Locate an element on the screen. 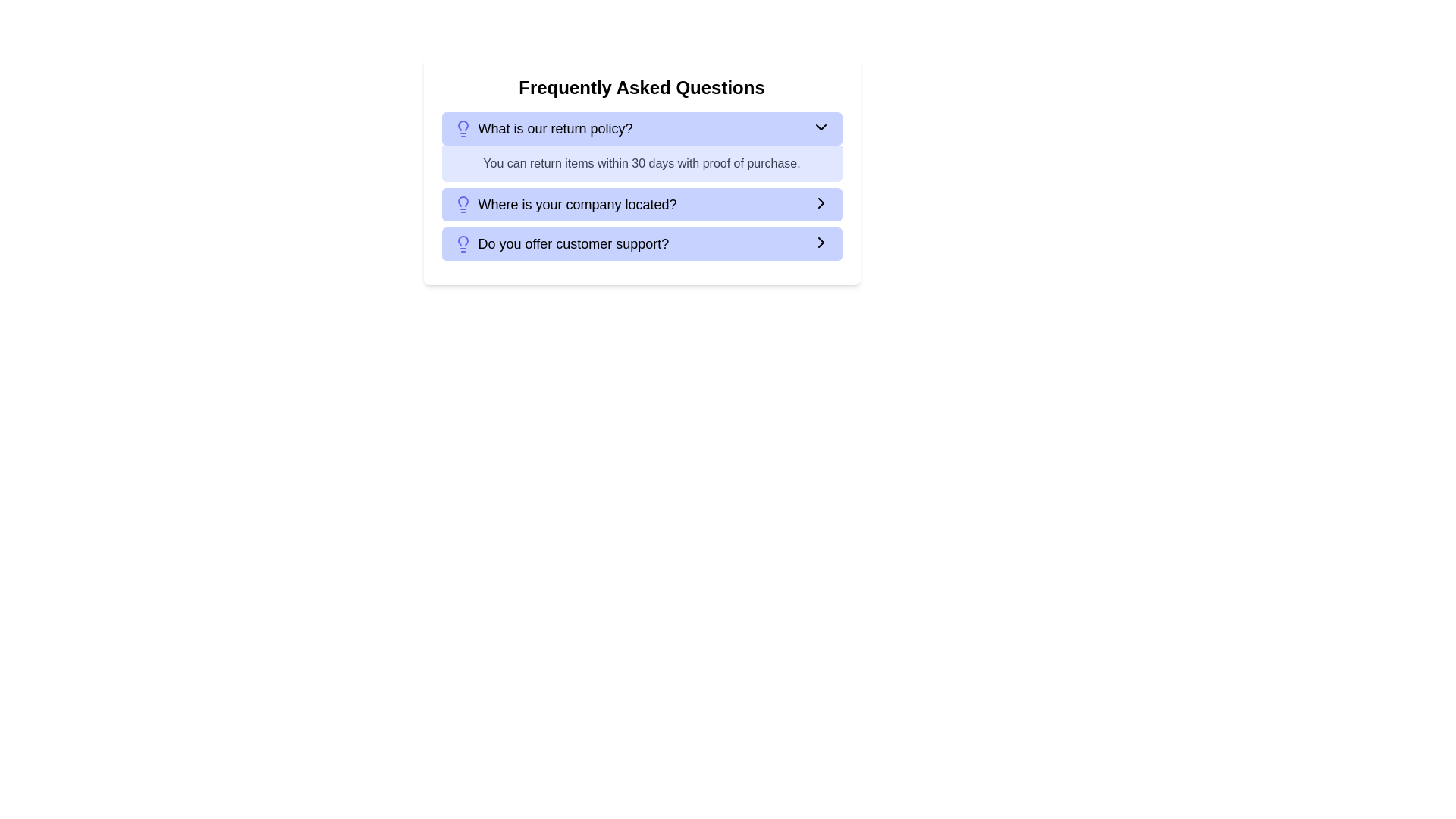 The width and height of the screenshot is (1456, 819). the decorative icon located at the far left of the FAQ entry, aligned with the text 'Do you offer customer support?' is located at coordinates (462, 243).